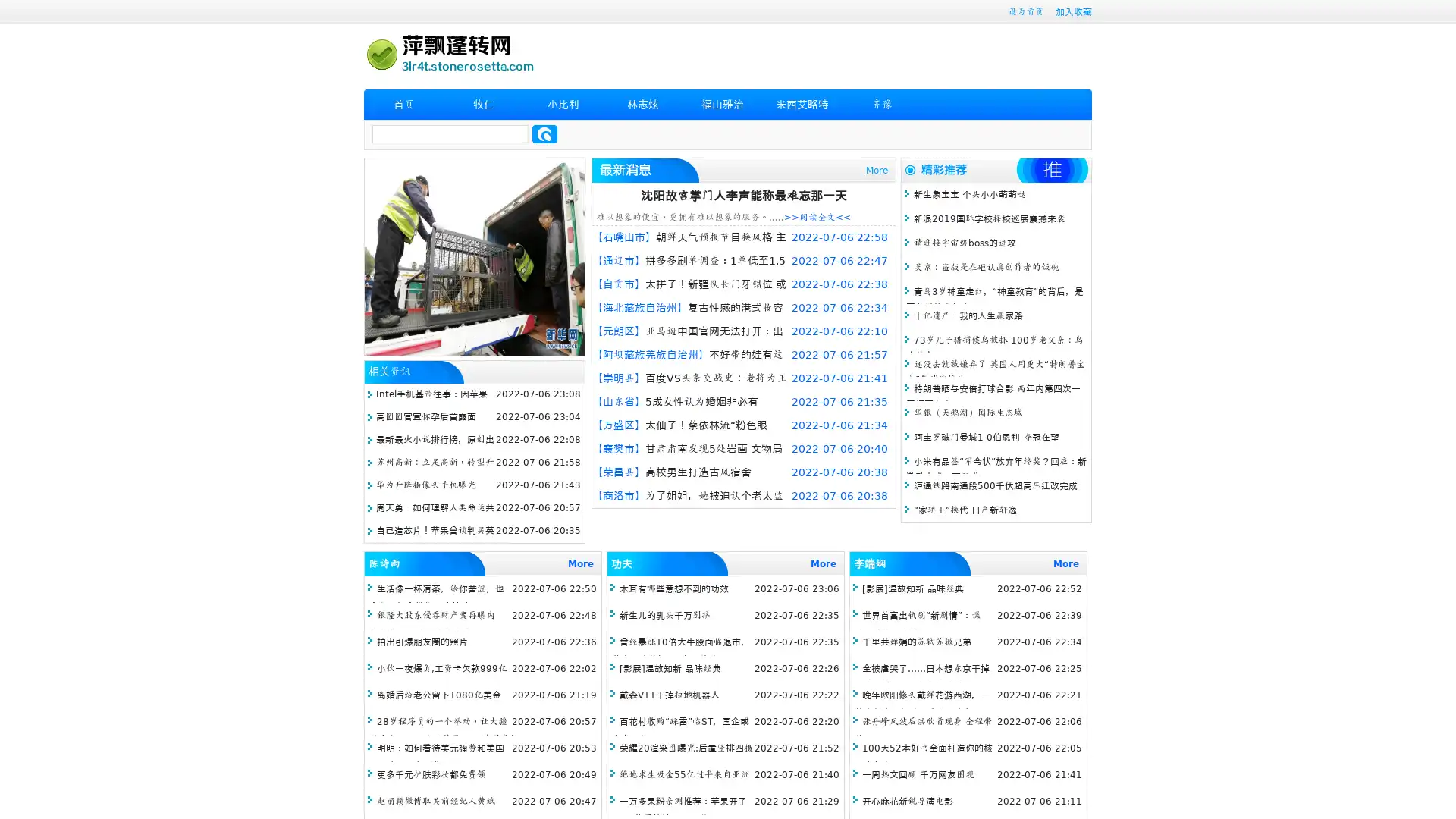 This screenshot has width=1456, height=819. Describe the element at coordinates (544, 133) in the screenshot. I see `Search` at that location.